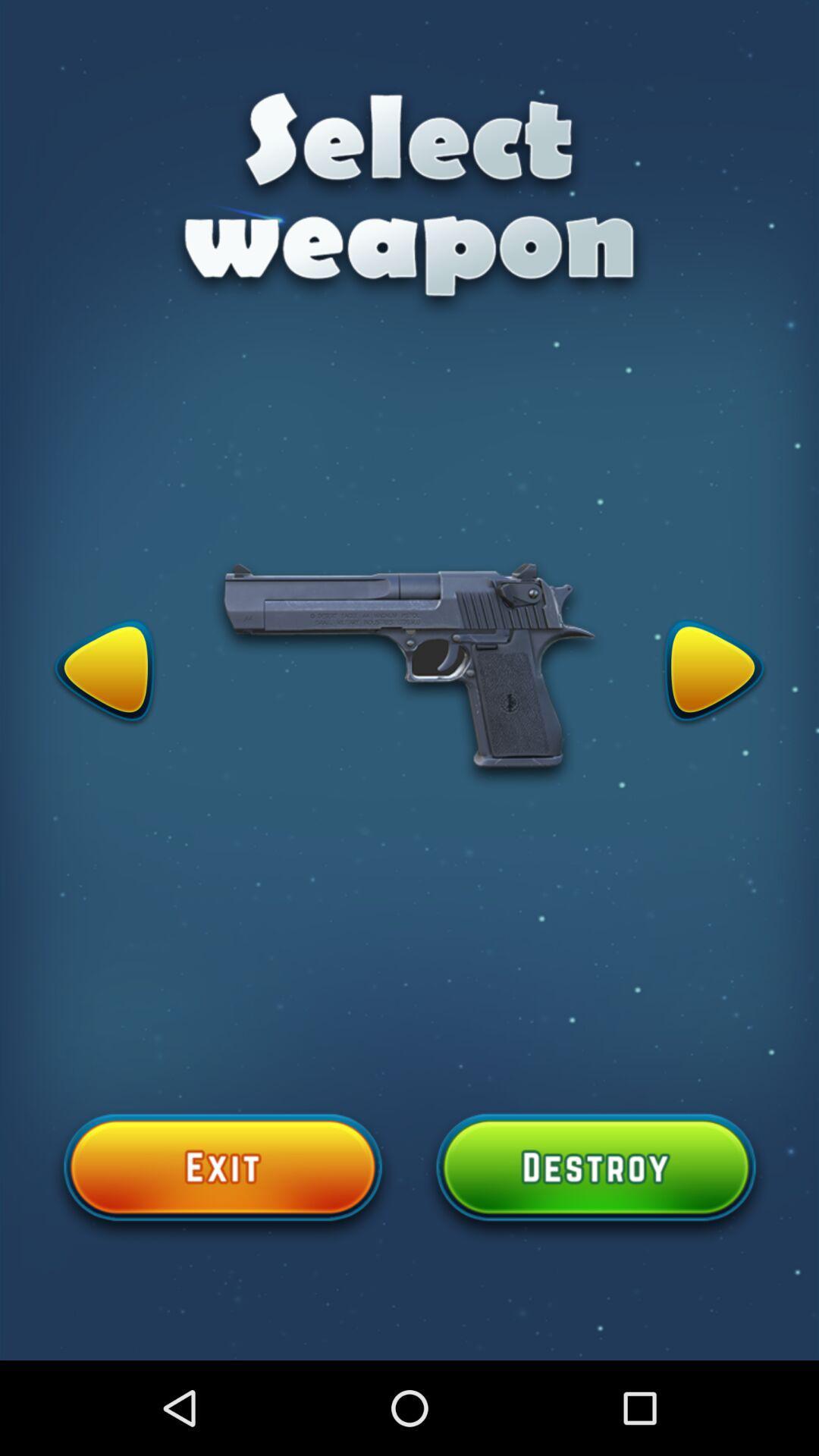 Image resolution: width=819 pixels, height=1456 pixels. What do you see at coordinates (222, 1175) in the screenshot?
I see `exit screen` at bounding box center [222, 1175].